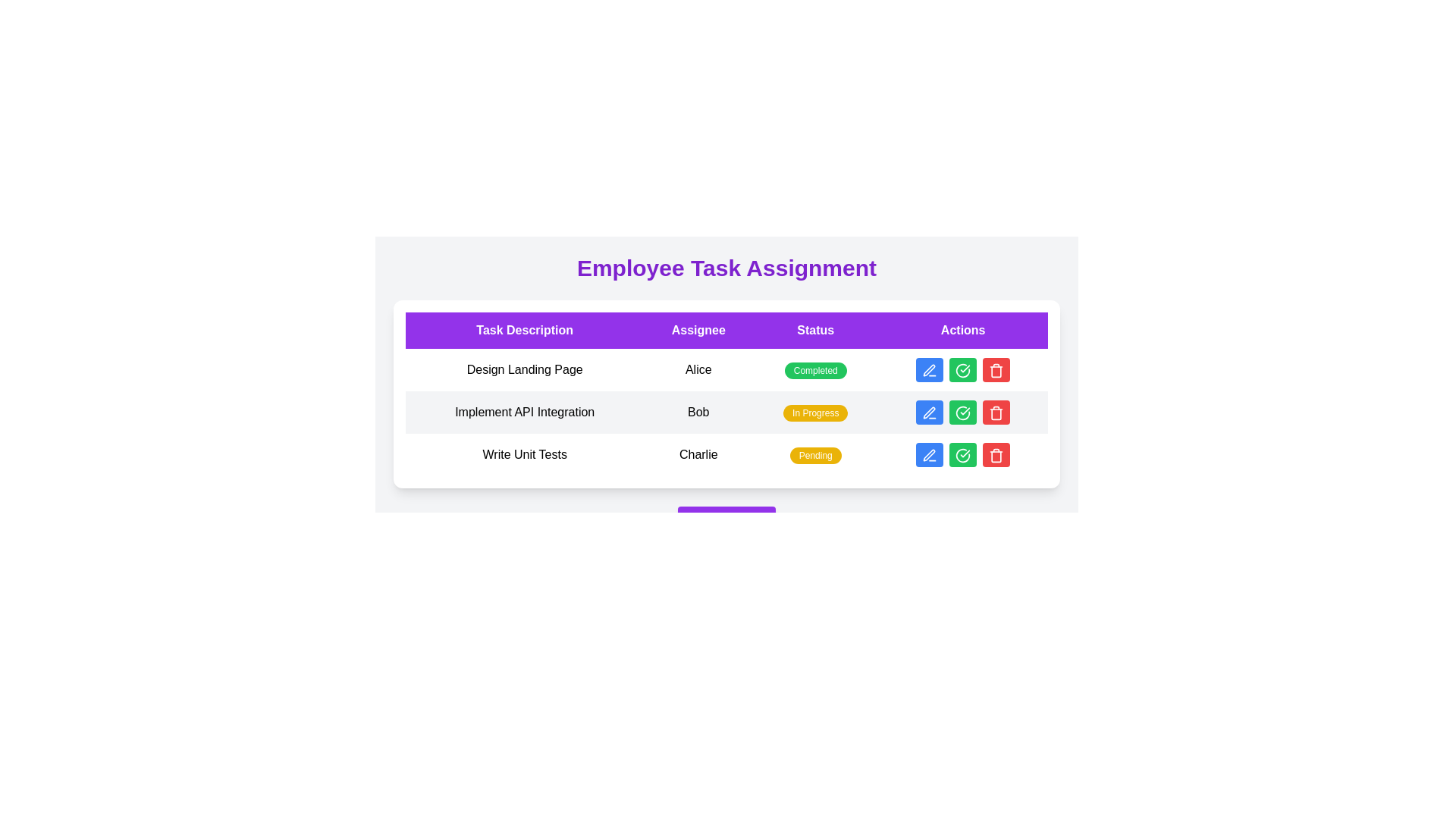  What do you see at coordinates (814, 329) in the screenshot?
I see `the 'Status' column header in the task table, which is the third header in the row, located between 'Assignee' and 'Actions'` at bounding box center [814, 329].